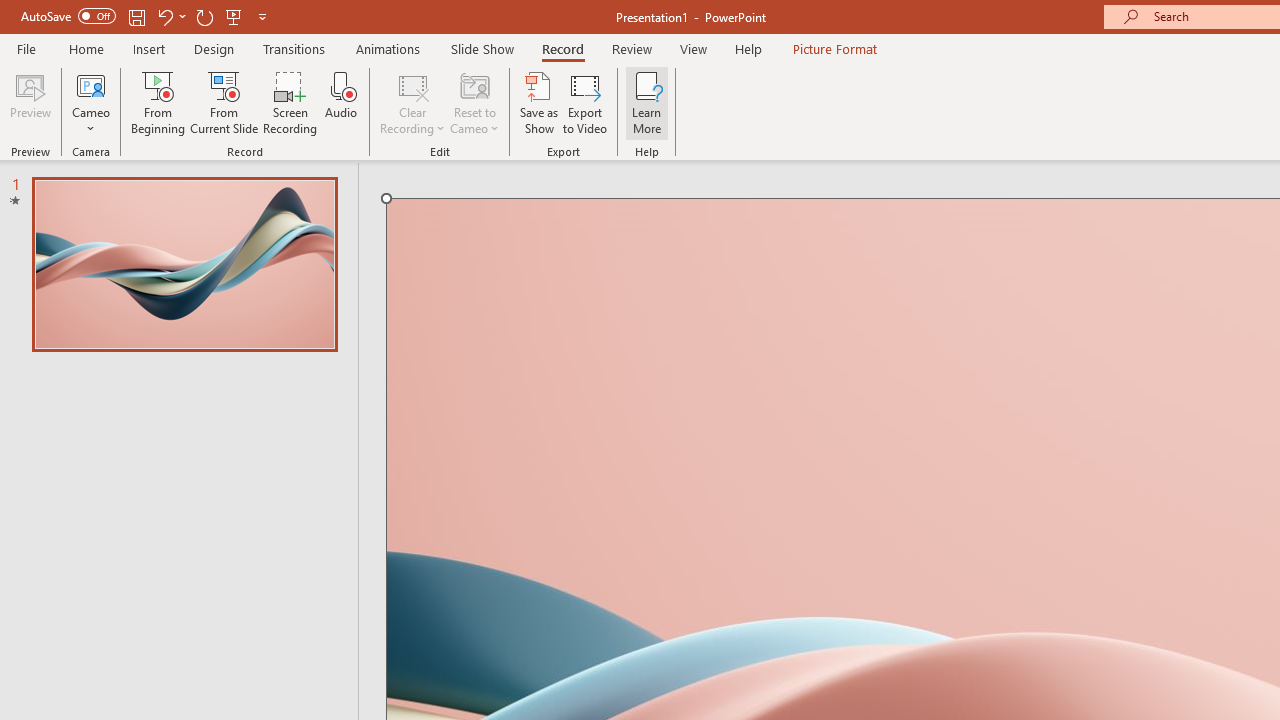 The height and width of the screenshot is (720, 1280). Describe the element at coordinates (388, 48) in the screenshot. I see `'Animations'` at that location.